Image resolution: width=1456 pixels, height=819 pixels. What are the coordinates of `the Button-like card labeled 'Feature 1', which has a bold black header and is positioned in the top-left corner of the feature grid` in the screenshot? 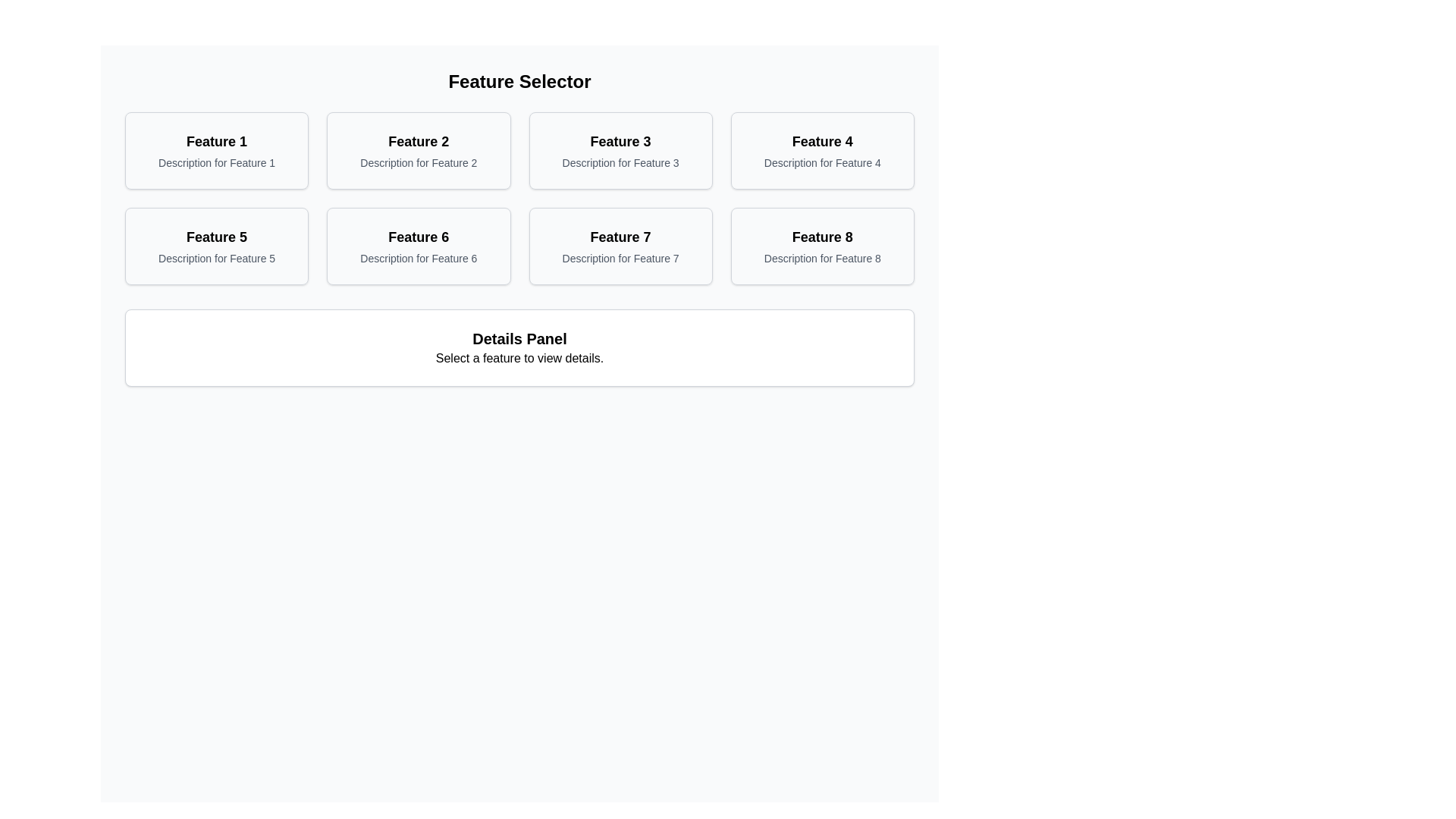 It's located at (216, 151).